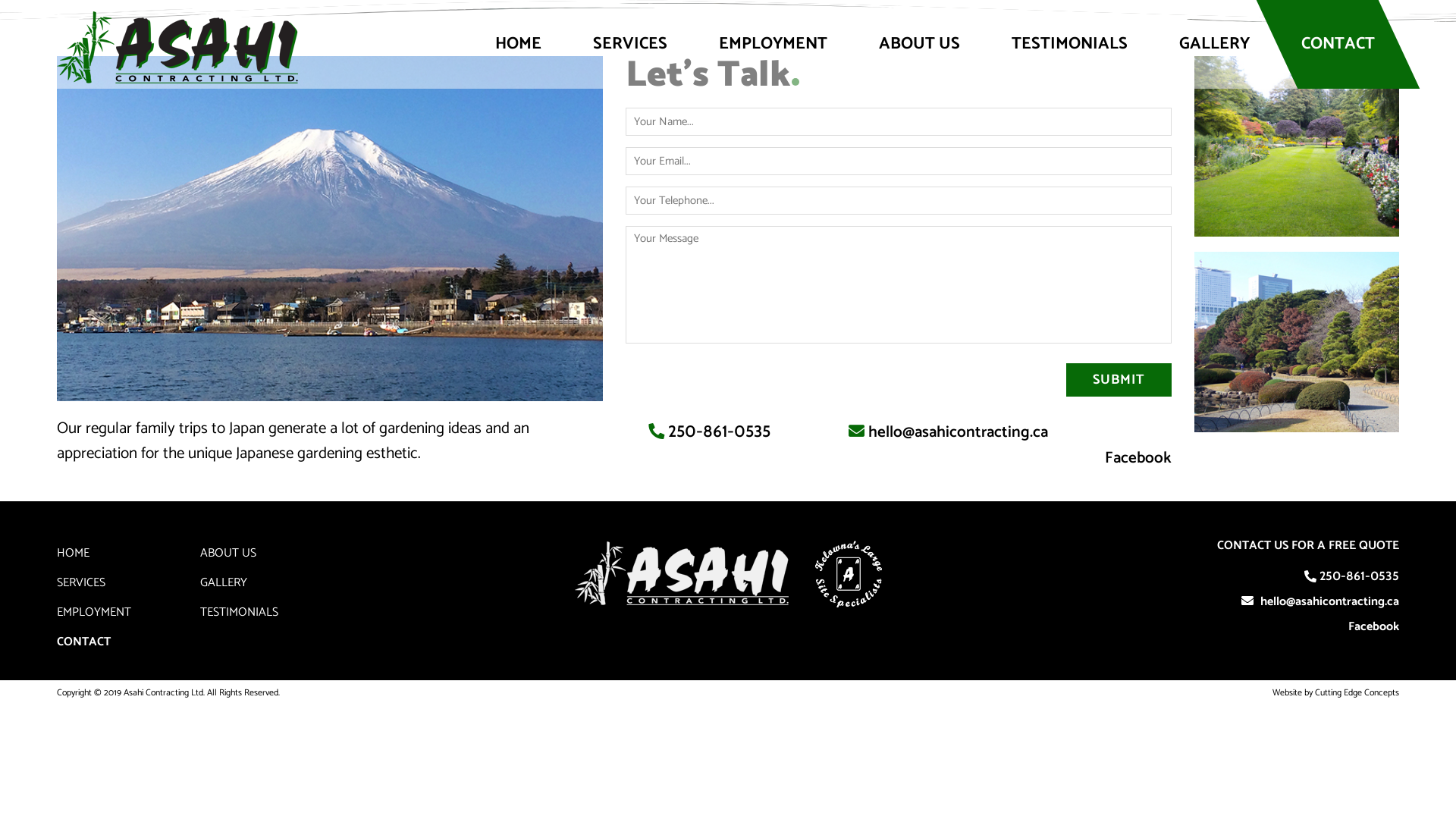 Image resolution: width=1456 pixels, height=819 pixels. I want to click on 'hello@asahicontracting.ca', so click(1329, 601).